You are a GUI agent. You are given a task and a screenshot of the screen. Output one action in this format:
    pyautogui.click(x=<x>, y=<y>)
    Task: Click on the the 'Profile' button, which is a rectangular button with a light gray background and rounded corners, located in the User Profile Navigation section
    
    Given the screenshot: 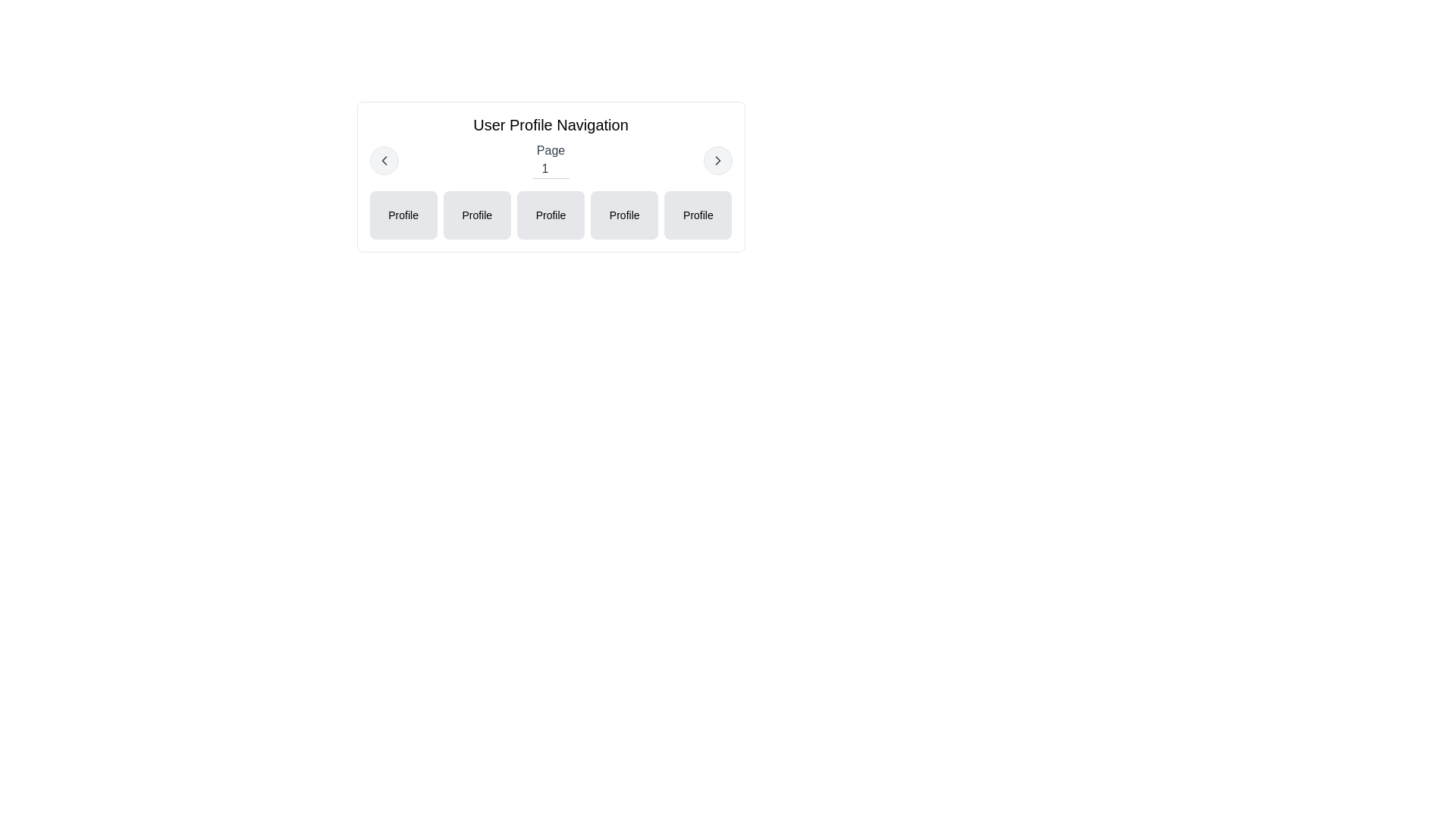 What is the action you would take?
    pyautogui.click(x=624, y=215)
    